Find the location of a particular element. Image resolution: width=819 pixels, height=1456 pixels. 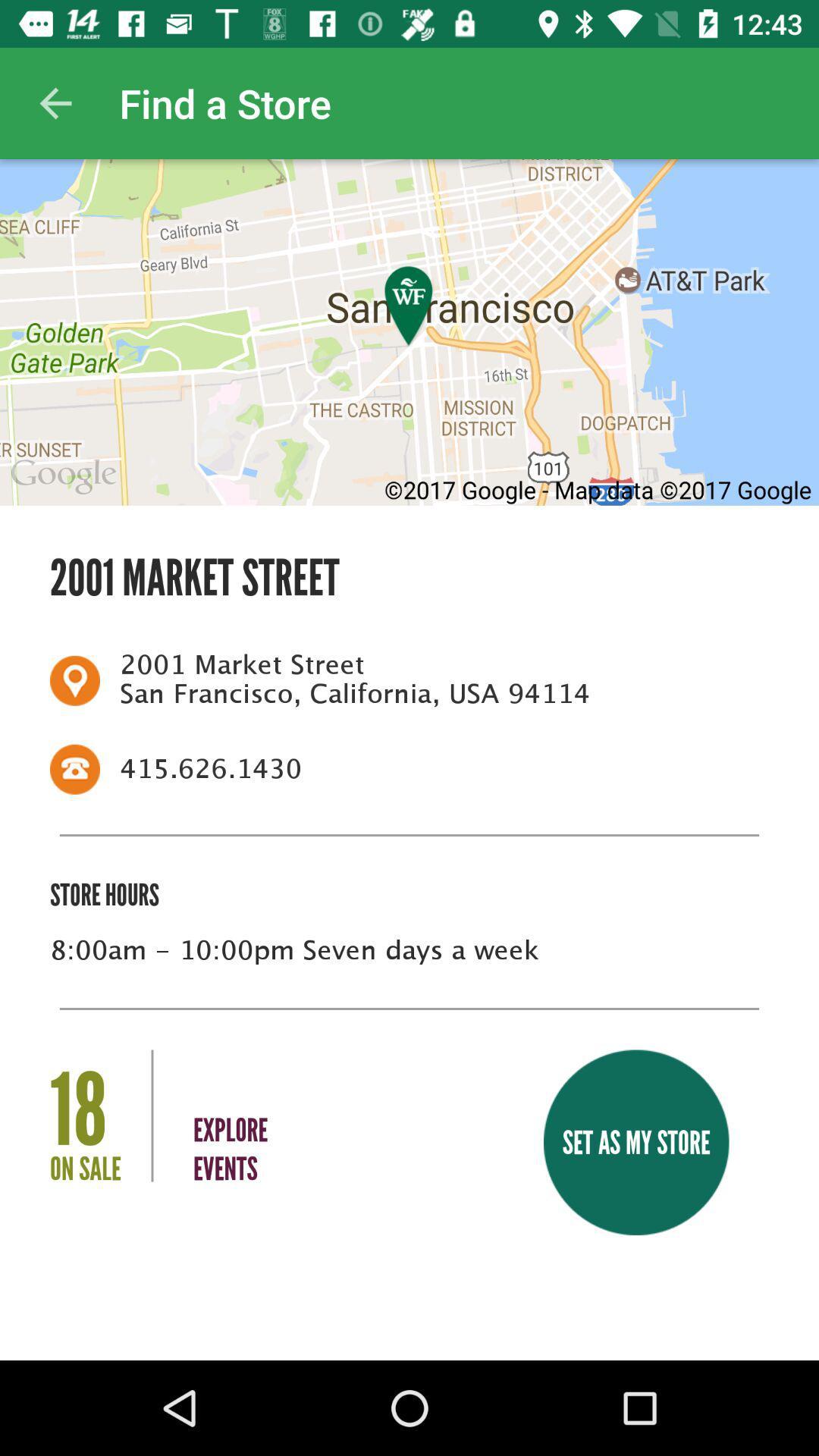

the 415.626.1430 icon is located at coordinates (435, 769).